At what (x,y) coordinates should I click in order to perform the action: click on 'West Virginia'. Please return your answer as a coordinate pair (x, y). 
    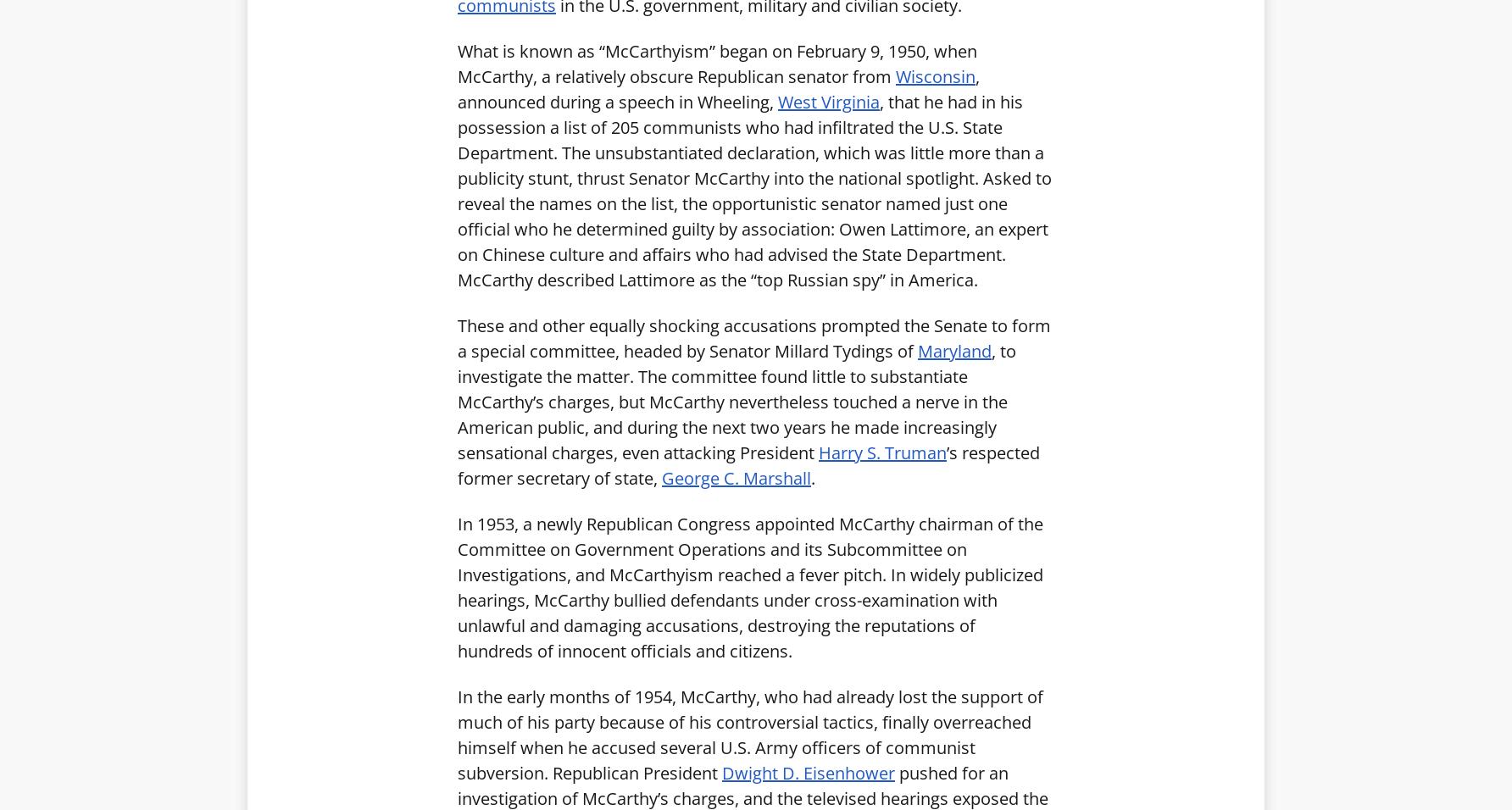
    Looking at the image, I should click on (778, 100).